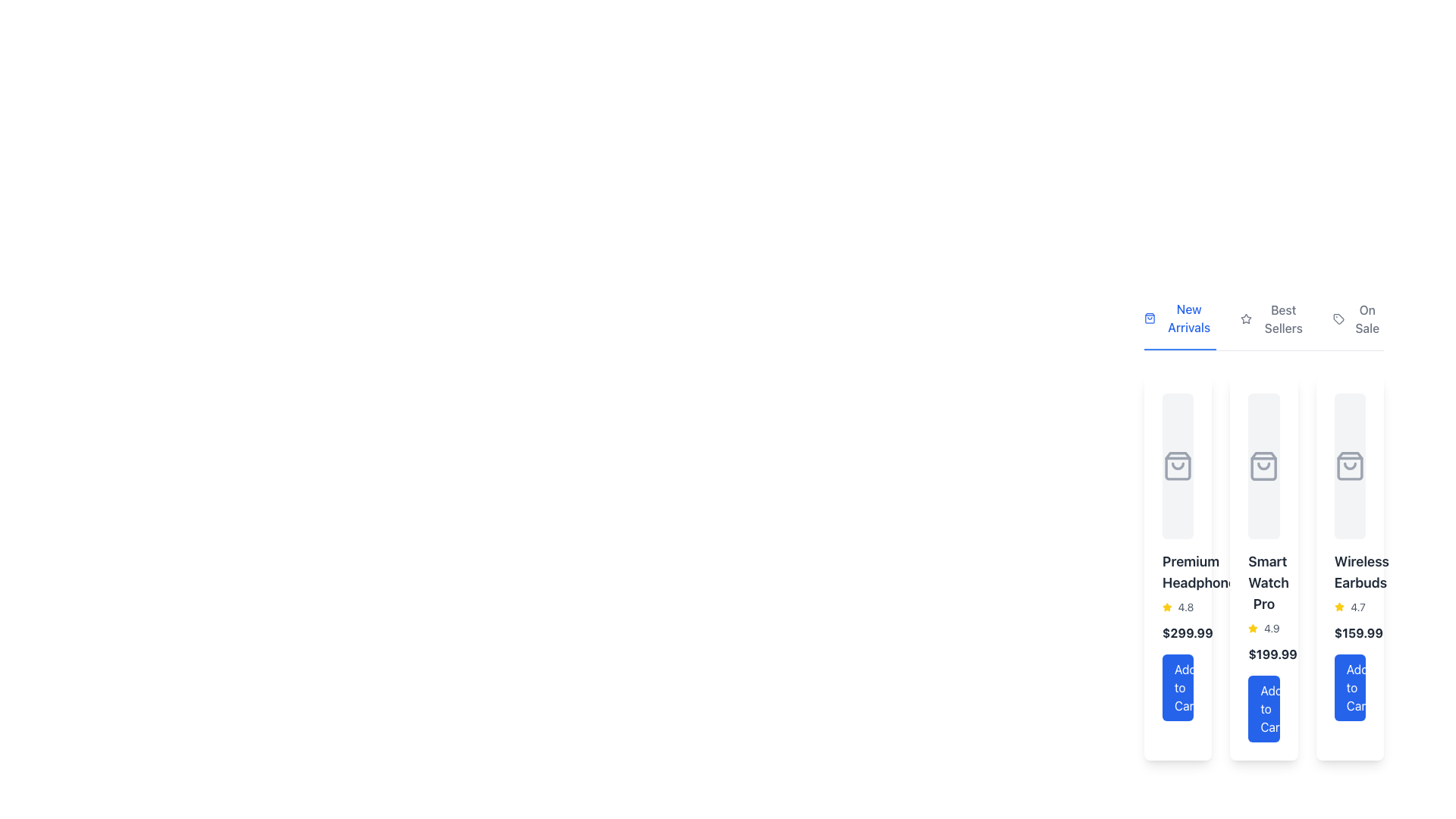 The width and height of the screenshot is (1456, 819). I want to click on the star icon indicating a product's rating, located in the second product card, positioned left of the numeric rating '4.9', so click(1253, 629).